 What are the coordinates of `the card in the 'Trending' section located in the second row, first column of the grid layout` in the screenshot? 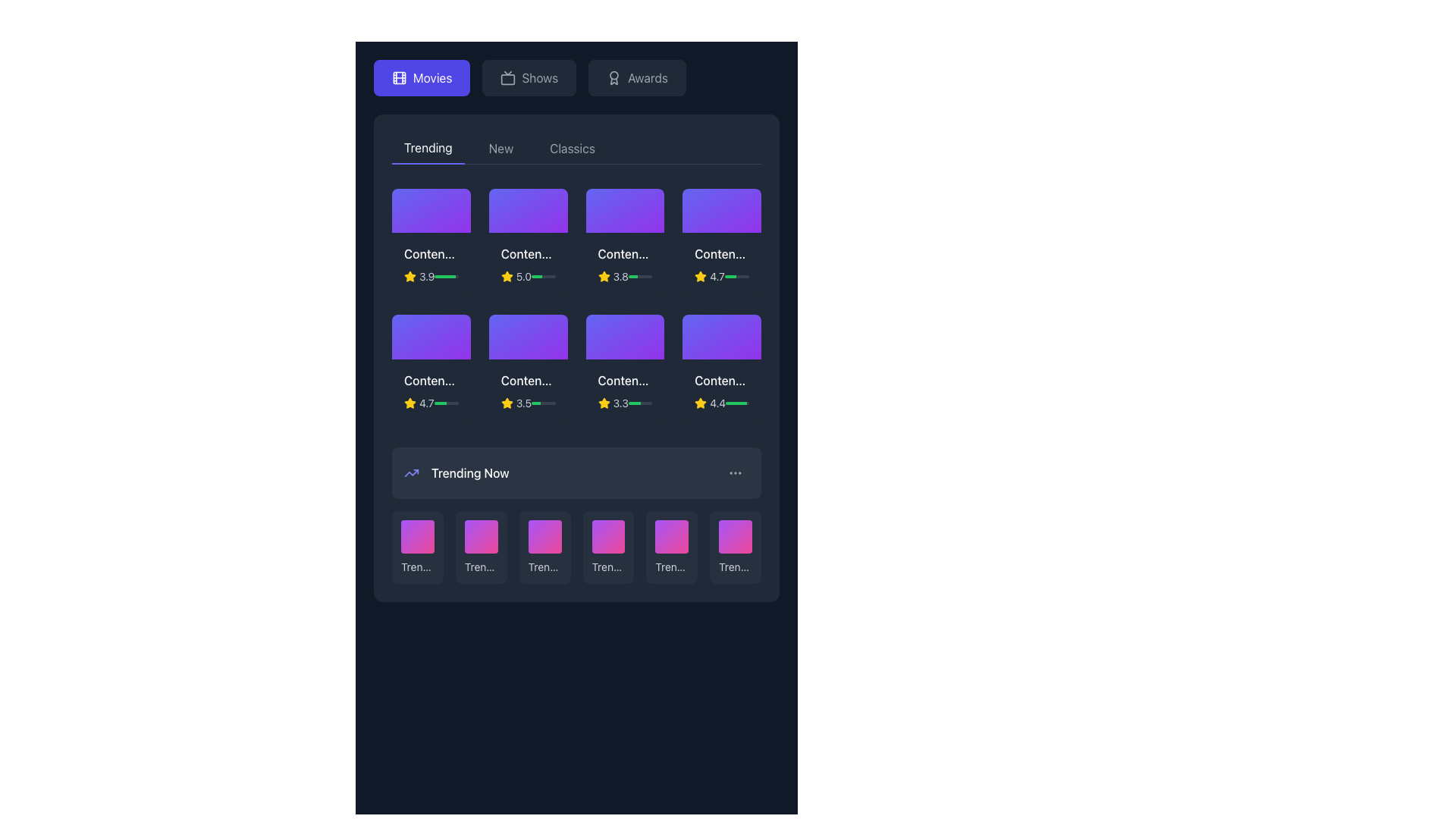 It's located at (430, 390).